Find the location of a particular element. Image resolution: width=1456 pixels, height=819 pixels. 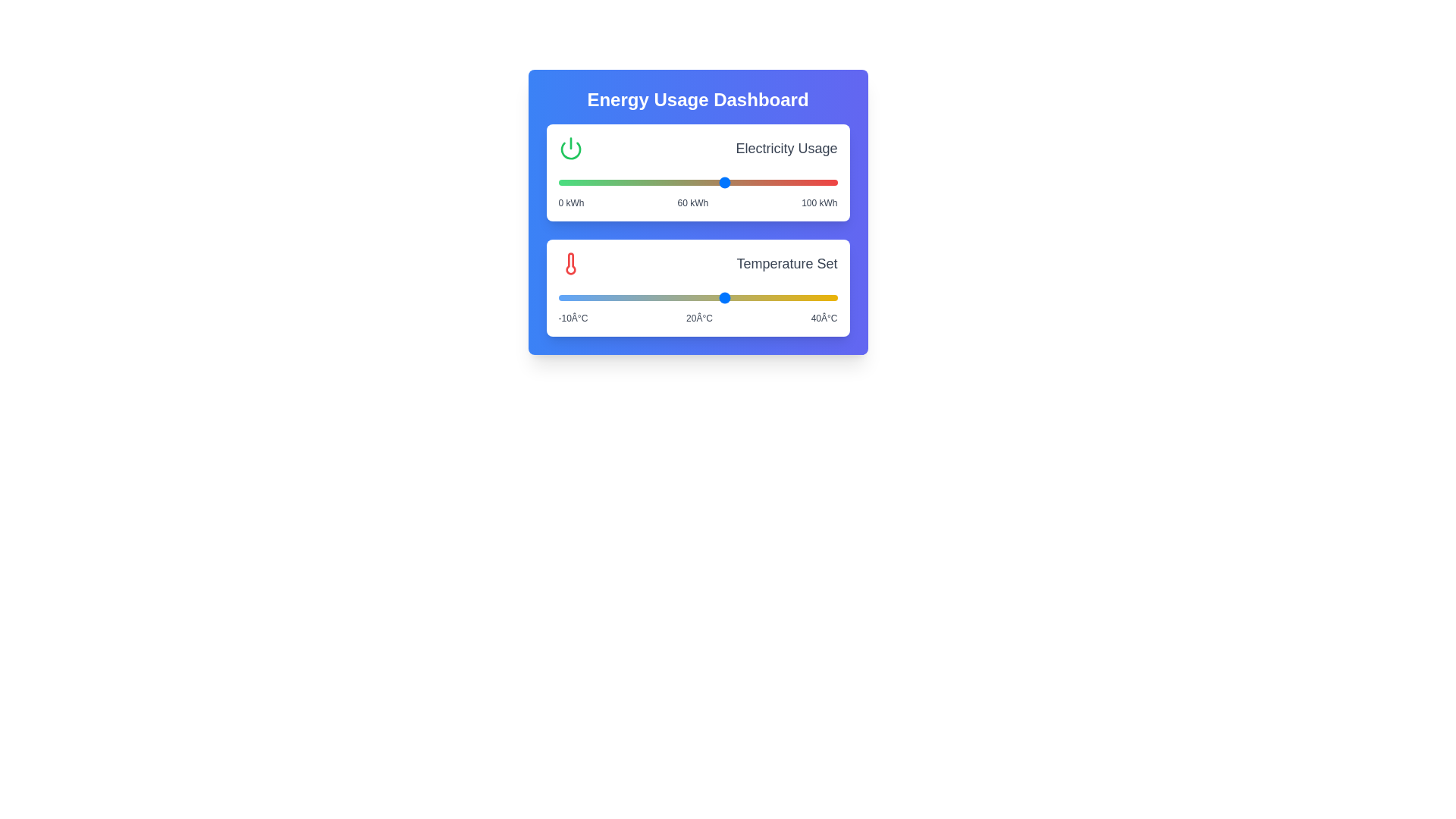

the temperature slider to 29°C is located at coordinates (776, 298).